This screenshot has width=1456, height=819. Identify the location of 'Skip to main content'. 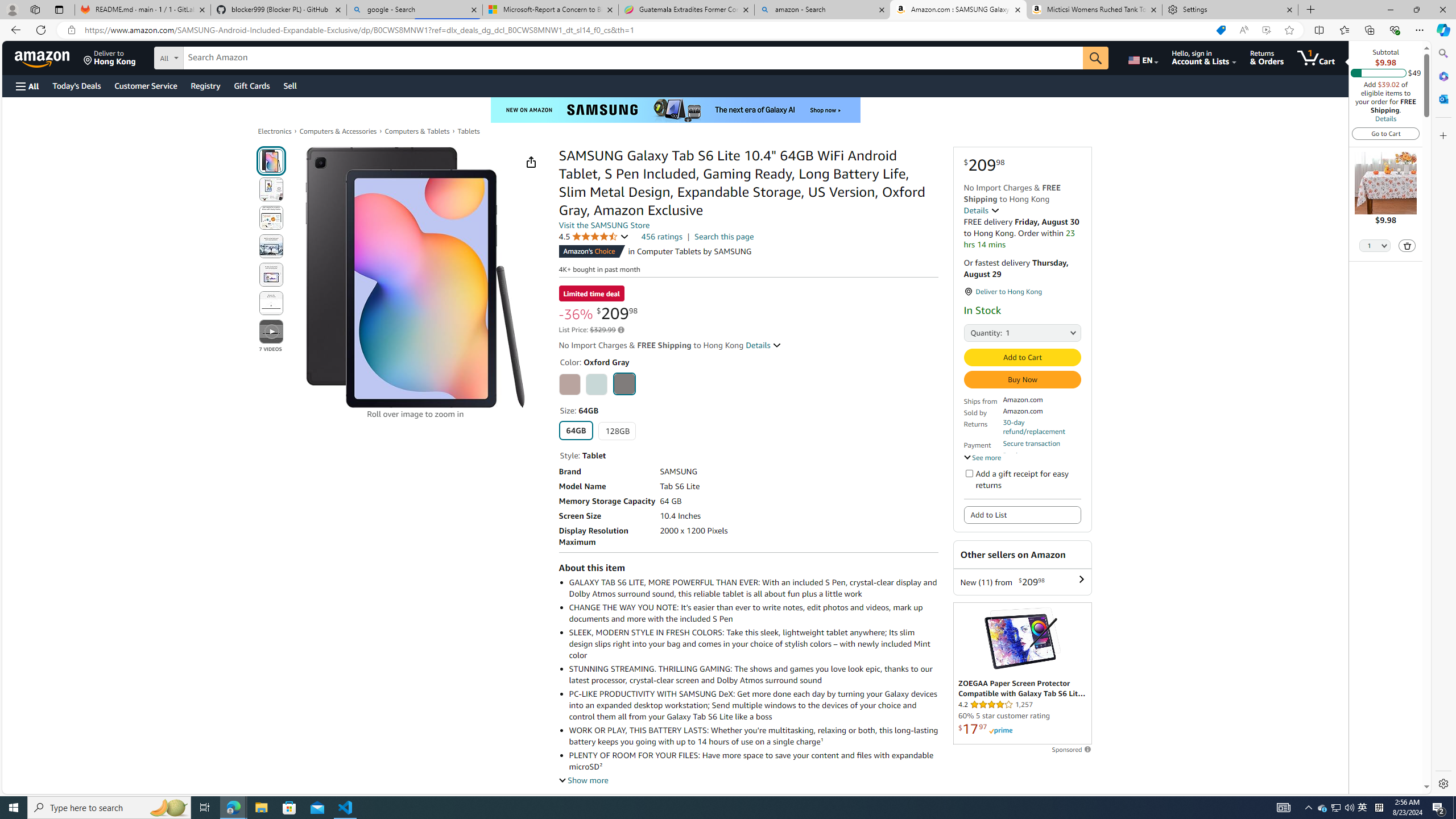
(48, 56).